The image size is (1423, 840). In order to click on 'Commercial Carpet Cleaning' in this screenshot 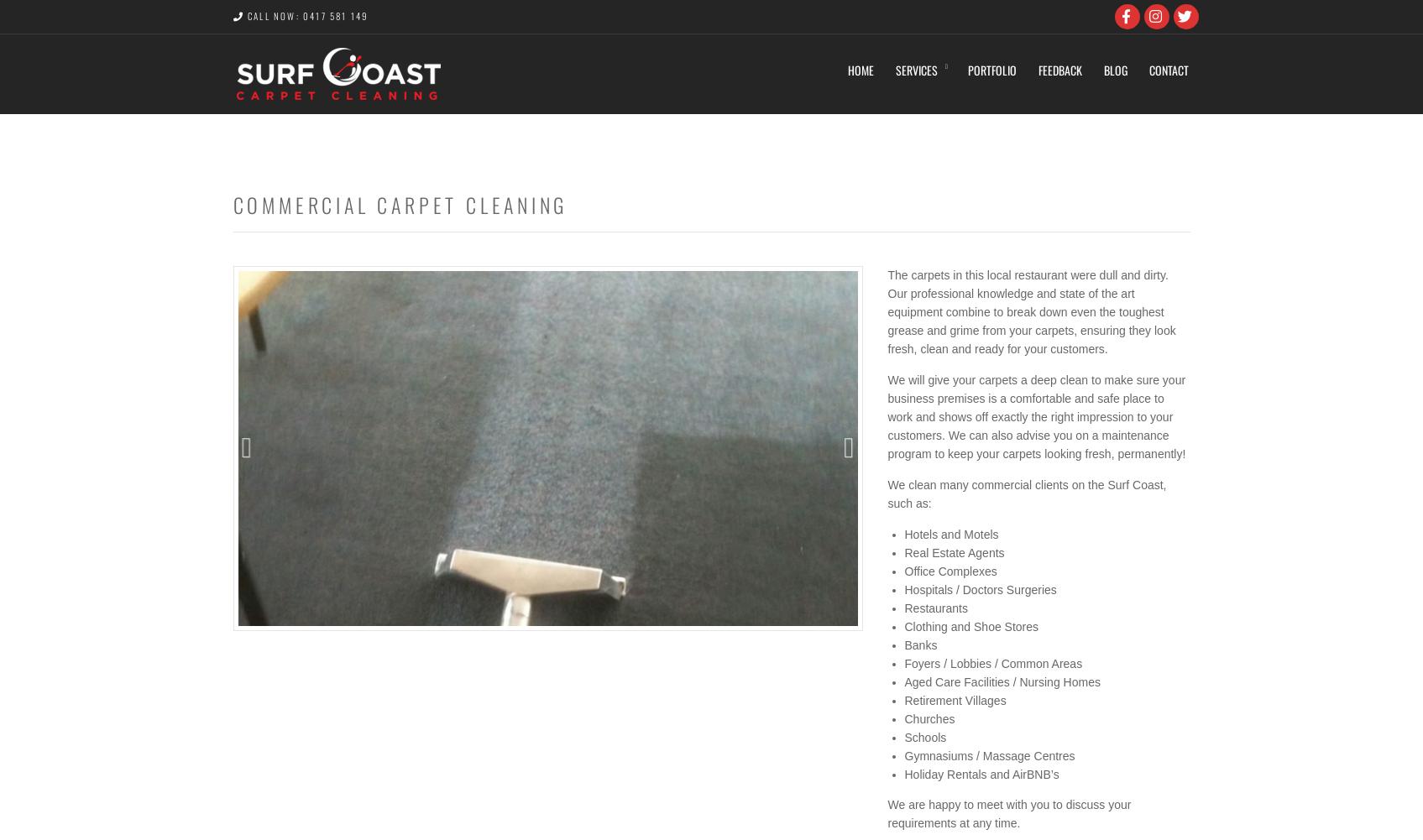, I will do `click(399, 204)`.